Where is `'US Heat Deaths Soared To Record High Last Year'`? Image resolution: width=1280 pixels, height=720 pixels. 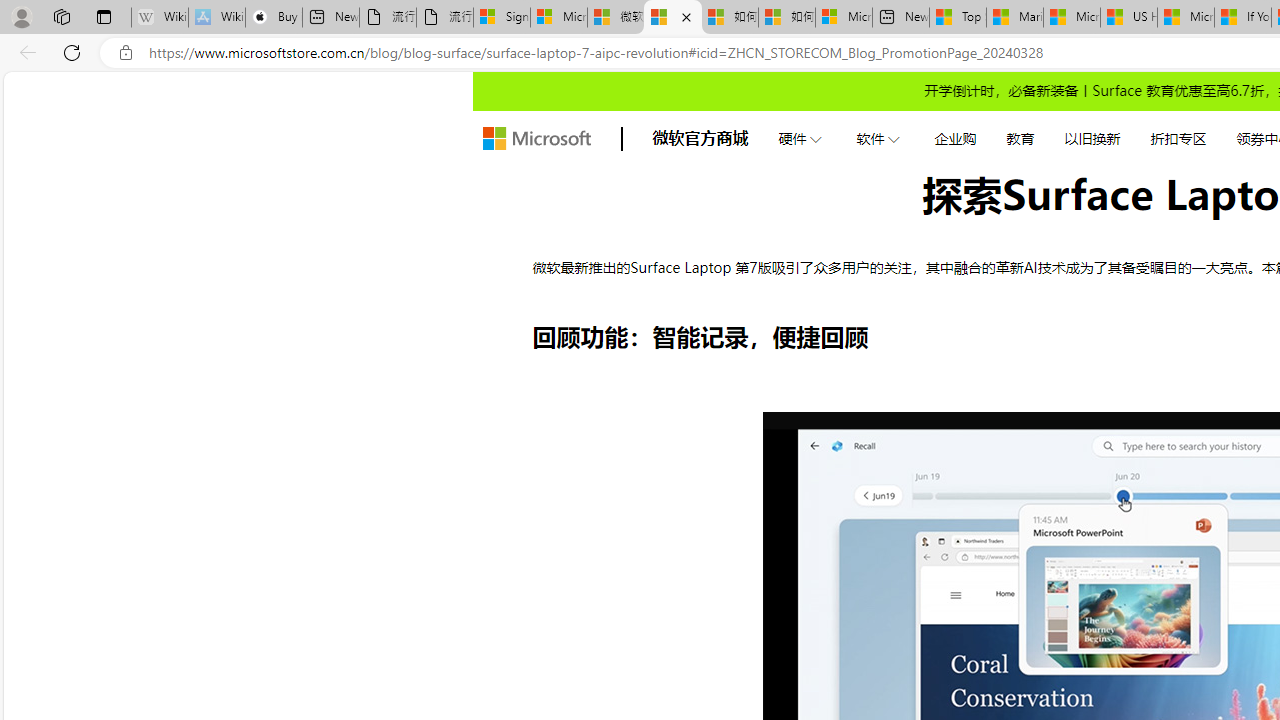 'US Heat Deaths Soared To Record High Last Year' is located at coordinates (1128, 17).